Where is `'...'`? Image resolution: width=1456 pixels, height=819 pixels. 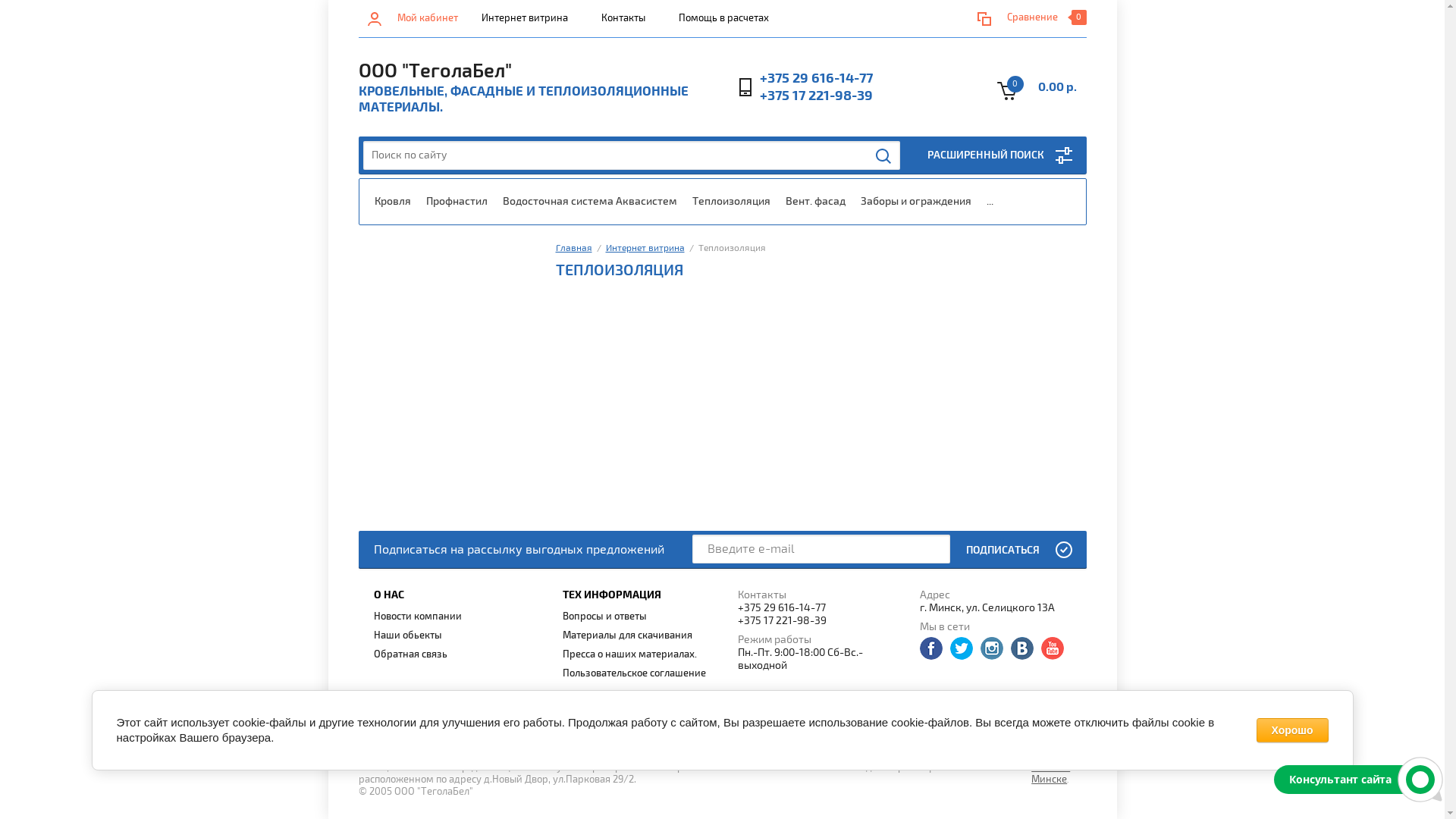
'...' is located at coordinates (989, 201).